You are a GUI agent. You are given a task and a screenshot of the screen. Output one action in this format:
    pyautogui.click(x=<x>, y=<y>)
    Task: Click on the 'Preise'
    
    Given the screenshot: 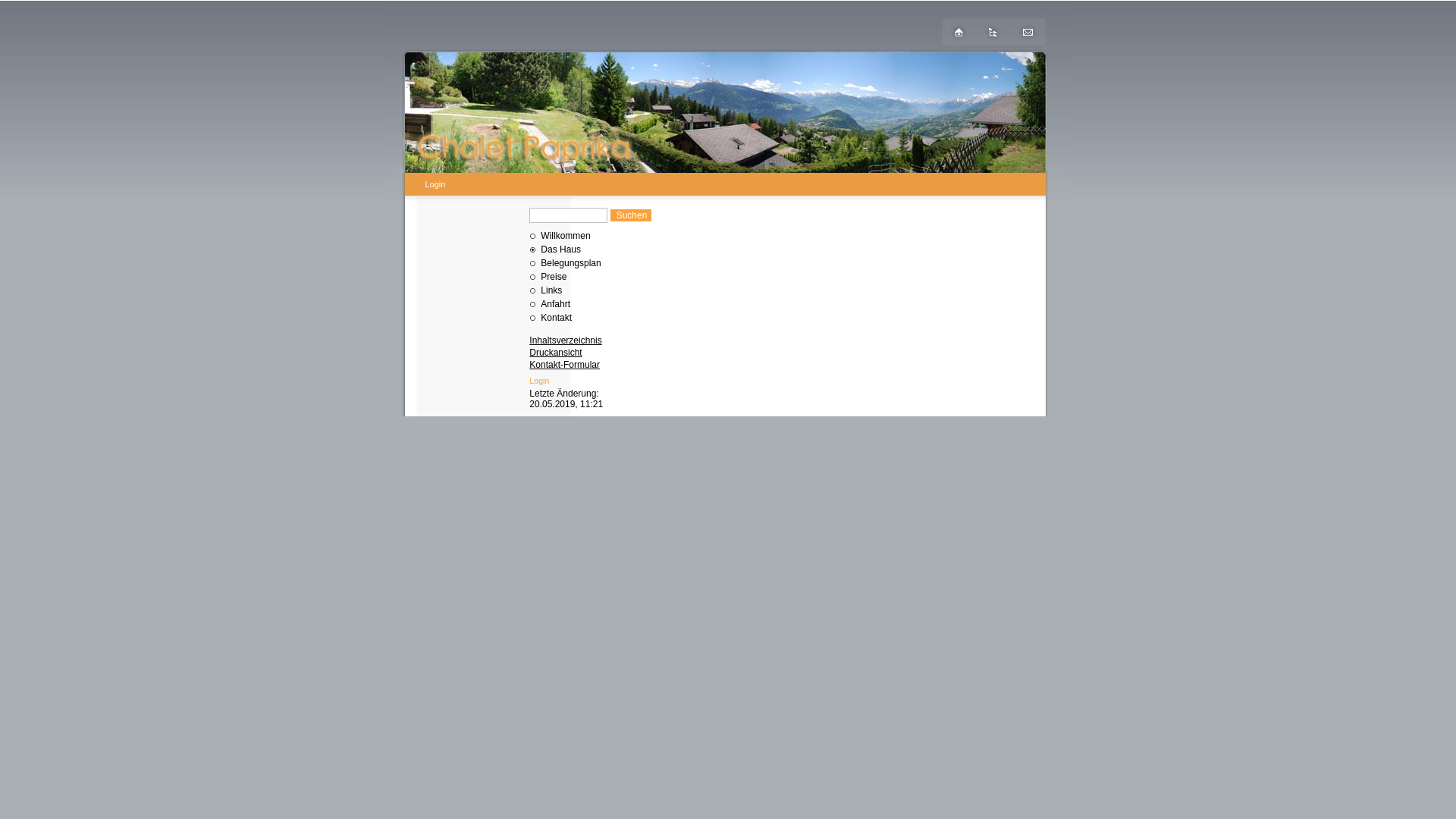 What is the action you would take?
    pyautogui.click(x=541, y=277)
    